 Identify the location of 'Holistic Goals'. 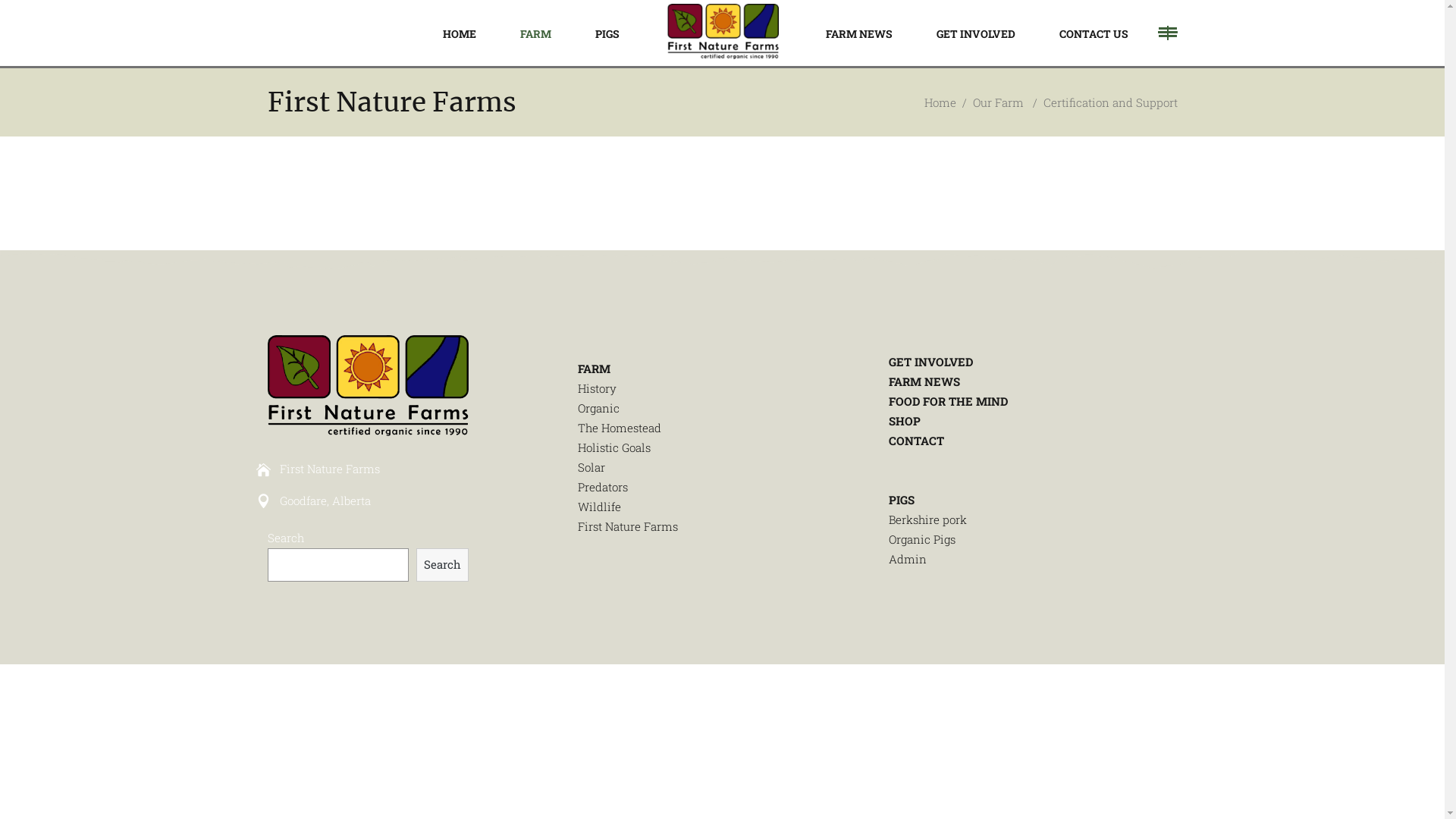
(614, 447).